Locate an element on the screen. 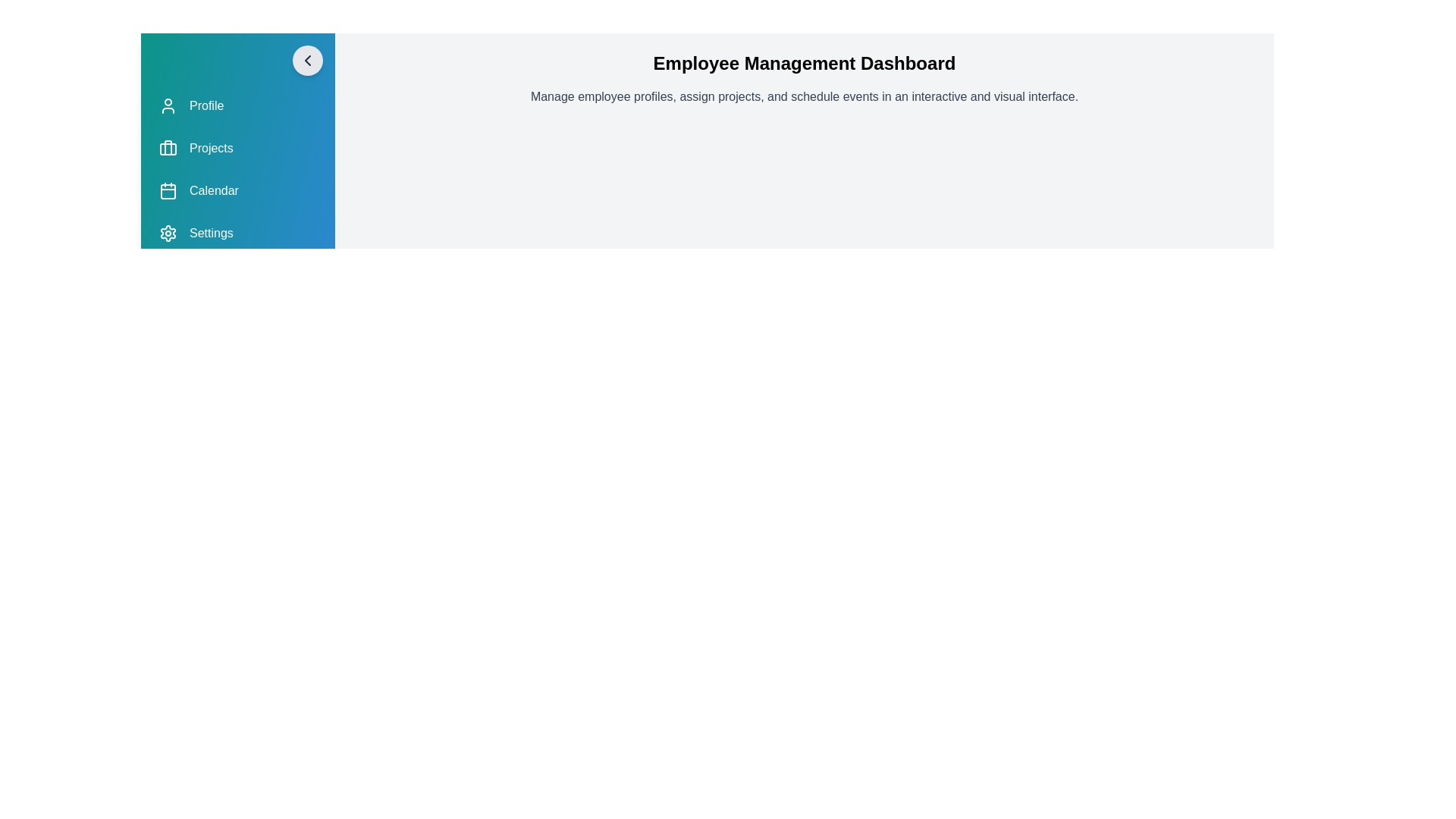 The image size is (1456, 819). the Profile icon in the navigation drawer is located at coordinates (168, 105).